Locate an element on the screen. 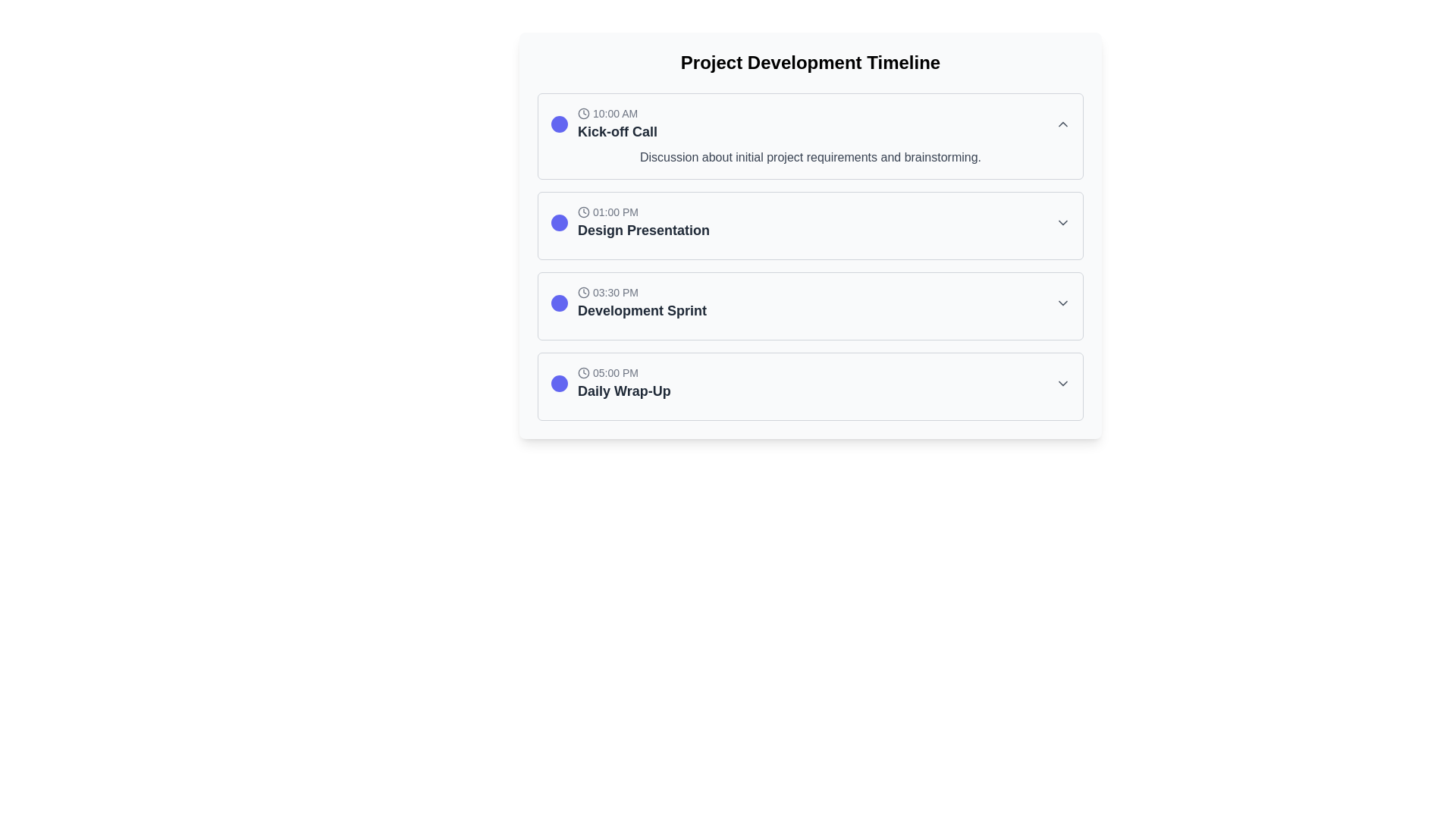  the time '01:00 PM' and title 'Design Presentation' from the second interactive list entry with an expandable dropdown under 'Project Development Timeline' is located at coordinates (810, 222).